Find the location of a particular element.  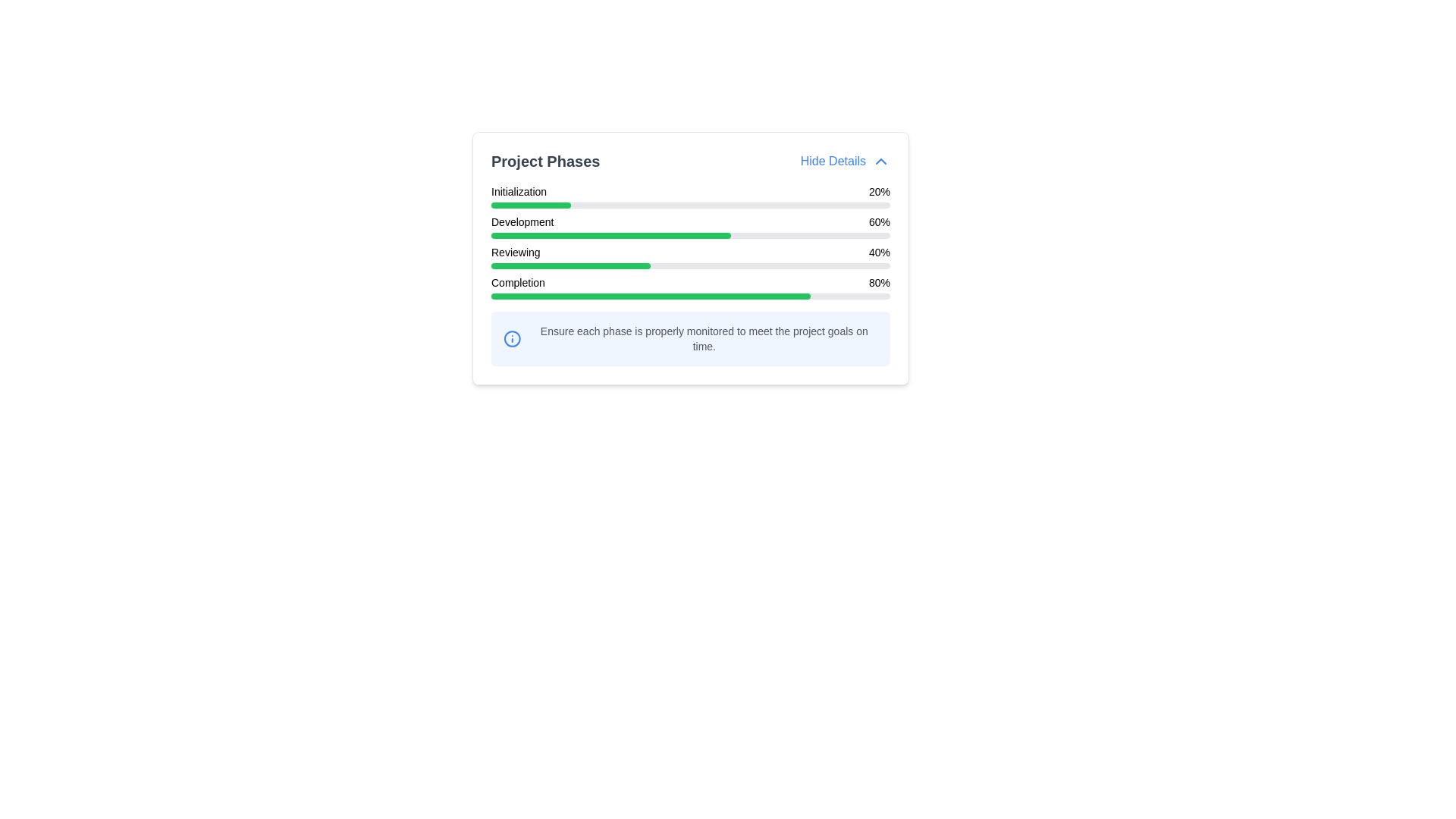

the green, horizontally-oriented progress bar that is styled with rounded ends and represents 40% of the full bar, located under the 'Reviewing' label is located at coordinates (570, 265).